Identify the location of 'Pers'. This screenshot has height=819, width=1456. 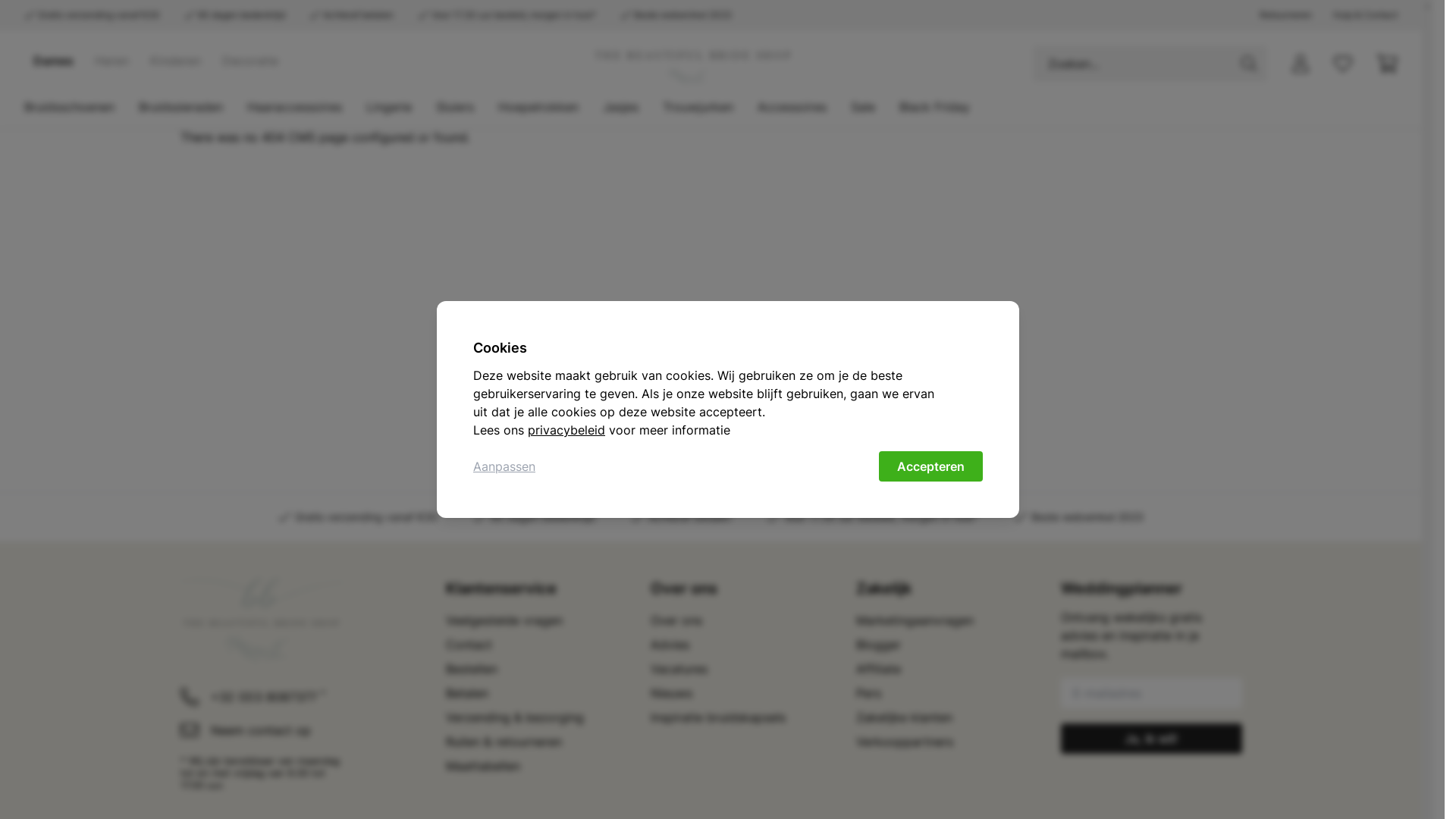
(868, 693).